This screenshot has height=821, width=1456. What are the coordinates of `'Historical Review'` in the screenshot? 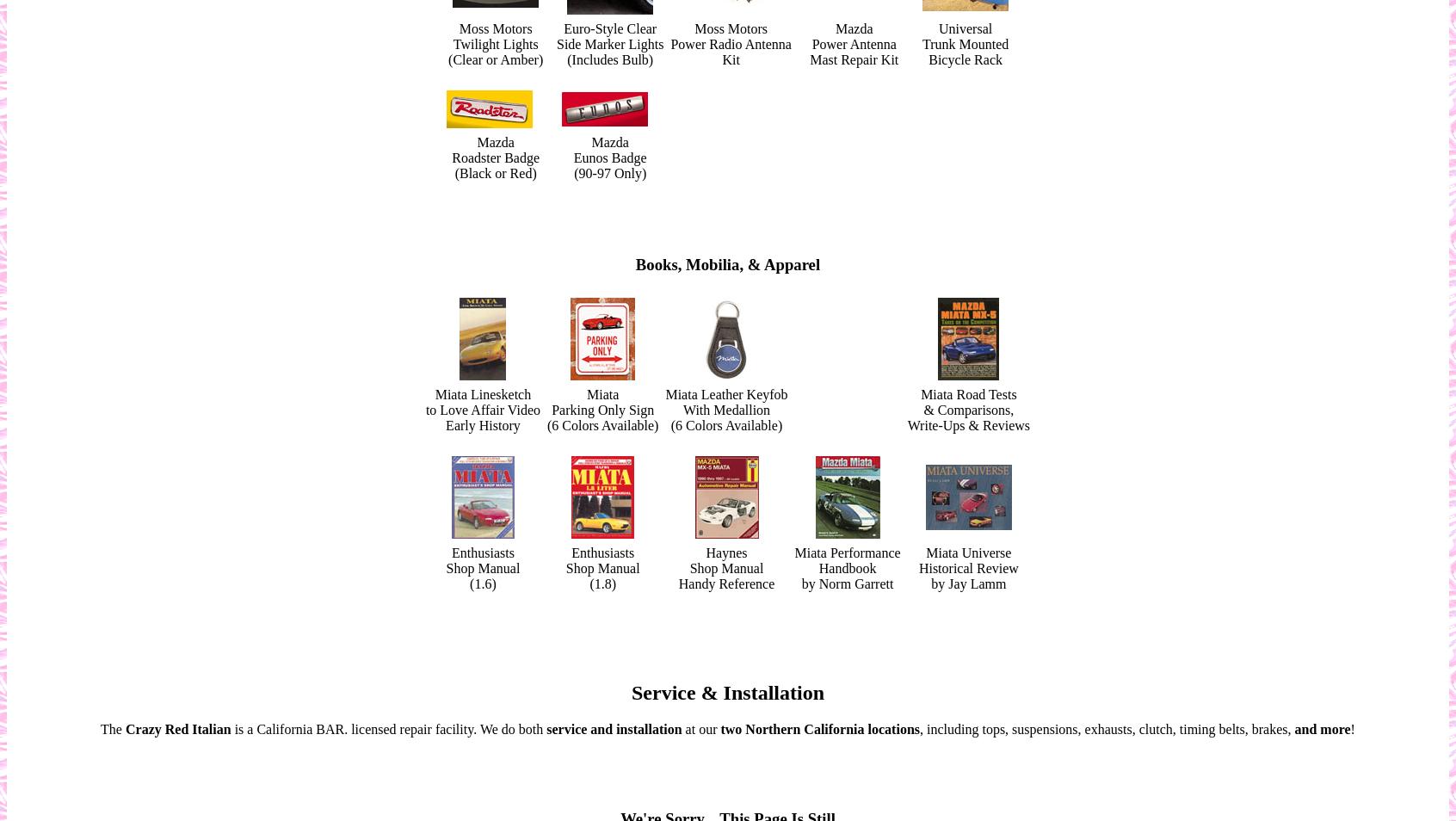 It's located at (917, 566).